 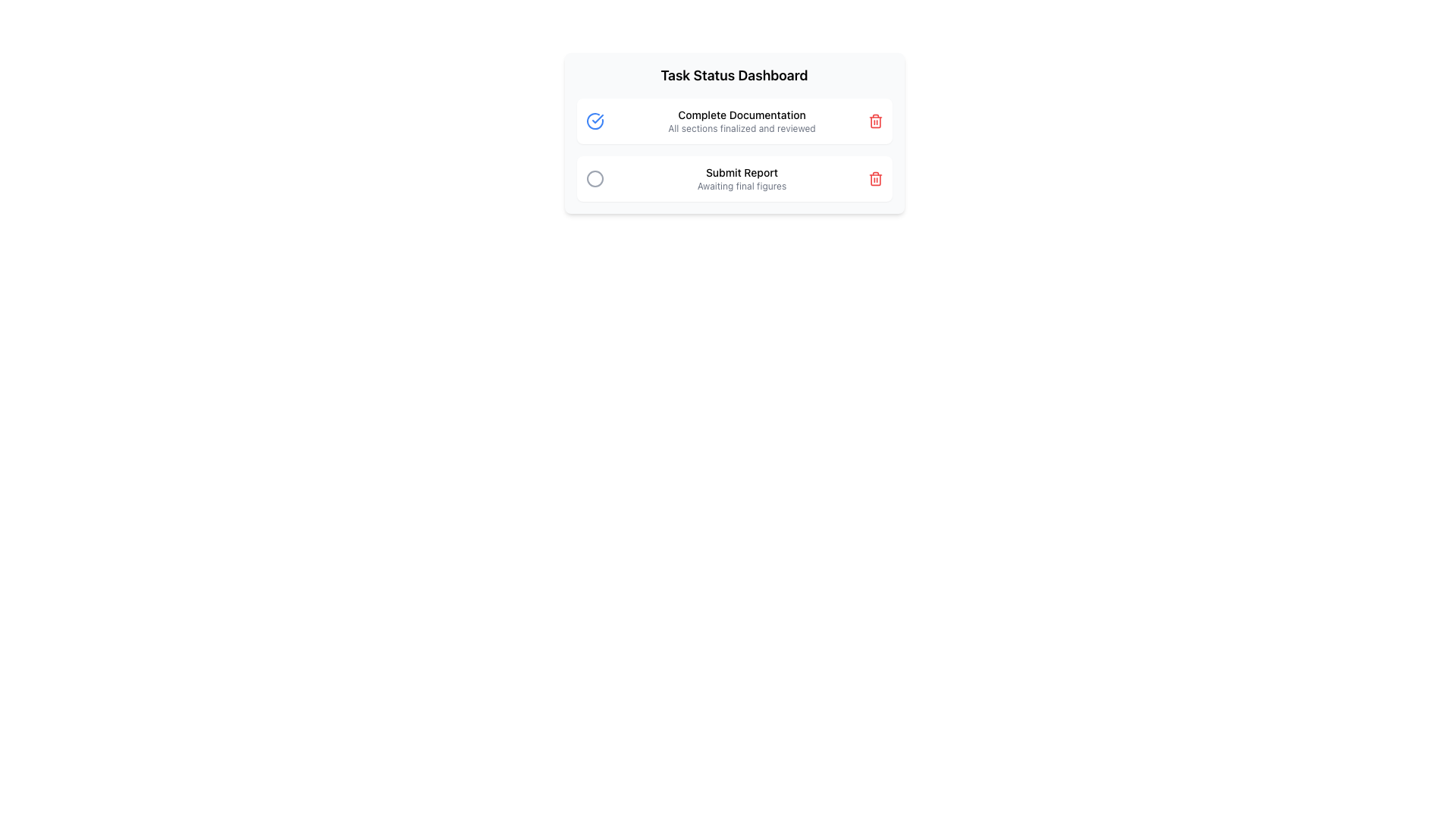 I want to click on the task description text located in the second row of the 'Task Status Dashboard' card, which summarizes the task title and its status, so click(x=742, y=177).